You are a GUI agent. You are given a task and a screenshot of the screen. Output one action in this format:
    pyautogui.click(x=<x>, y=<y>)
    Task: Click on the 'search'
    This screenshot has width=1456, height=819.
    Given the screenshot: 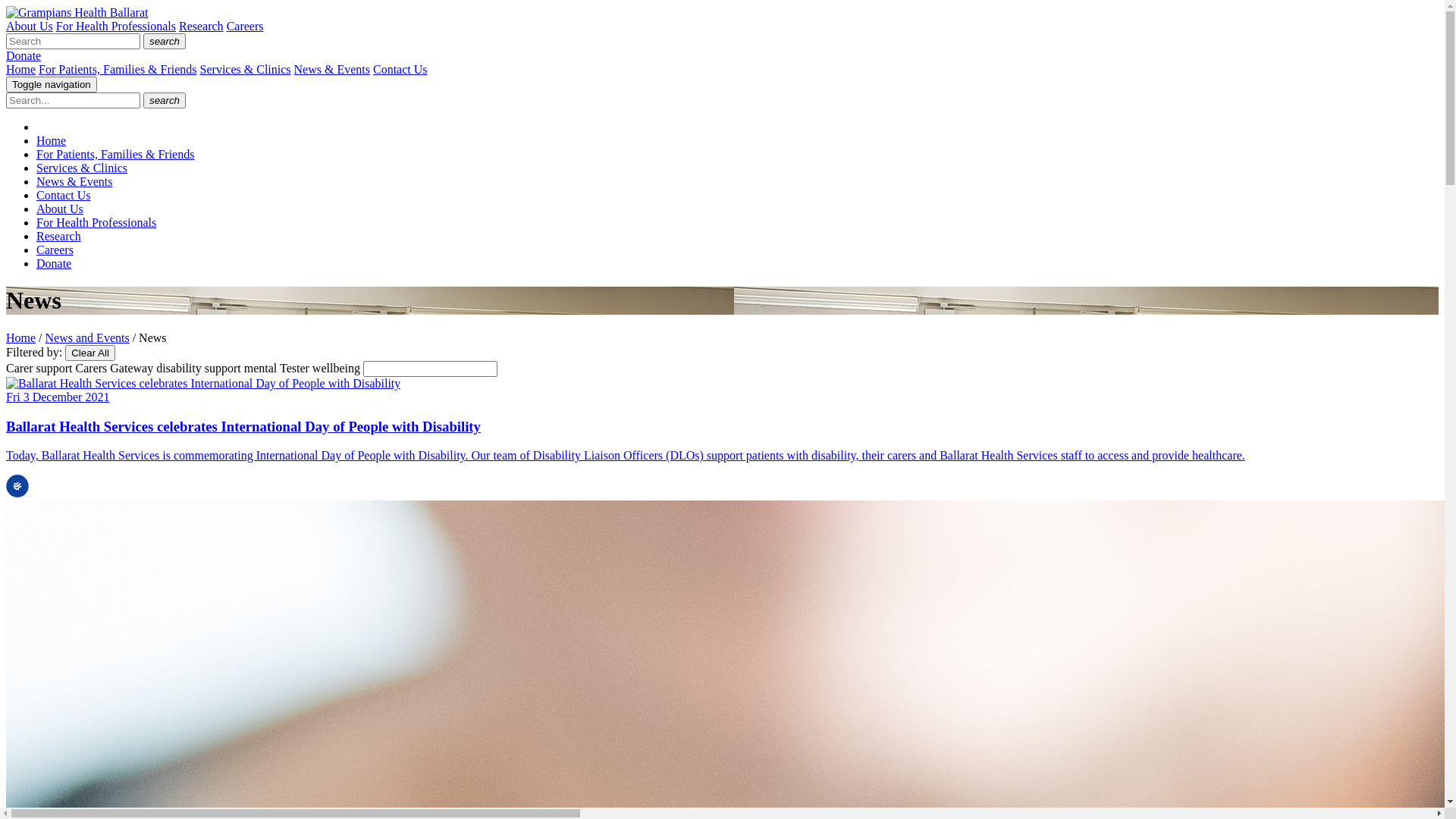 What is the action you would take?
    pyautogui.click(x=143, y=100)
    